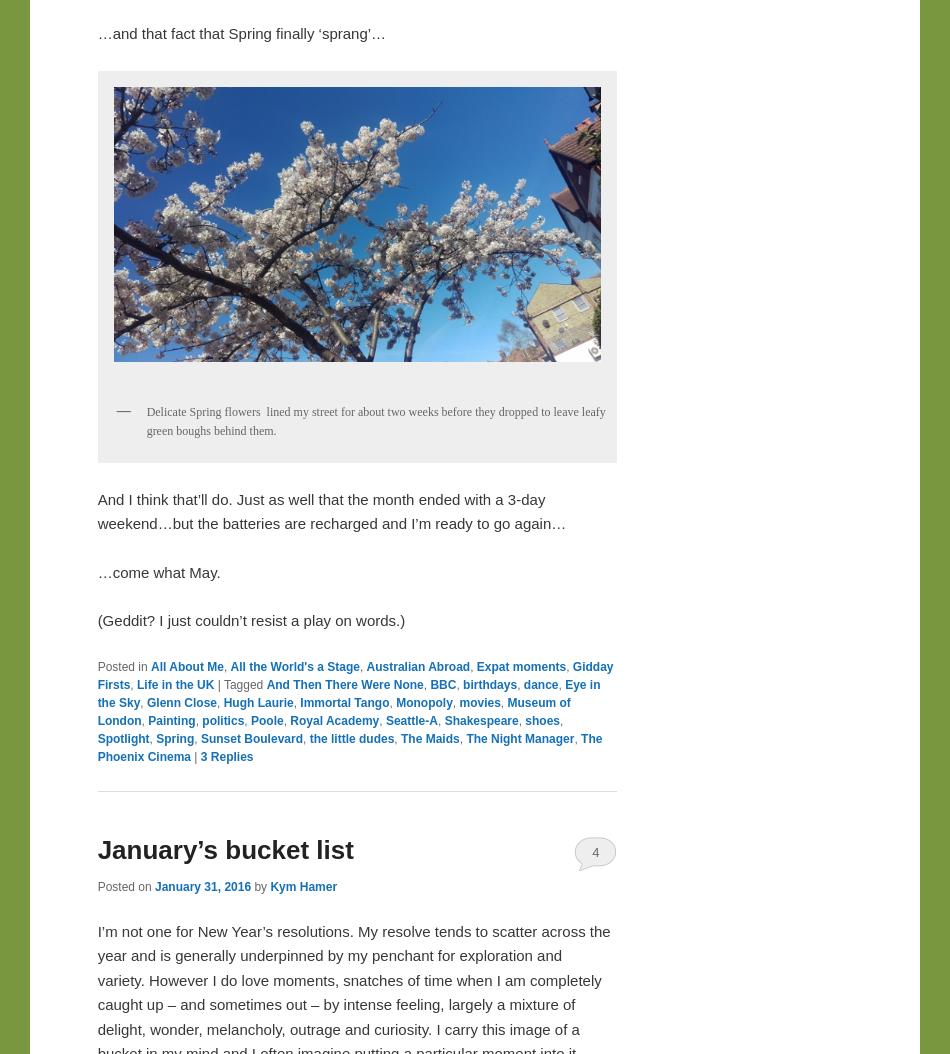 This screenshot has width=950, height=1054. I want to click on '…and that fact that Spring finally ‘sprang’…', so click(240, 33).